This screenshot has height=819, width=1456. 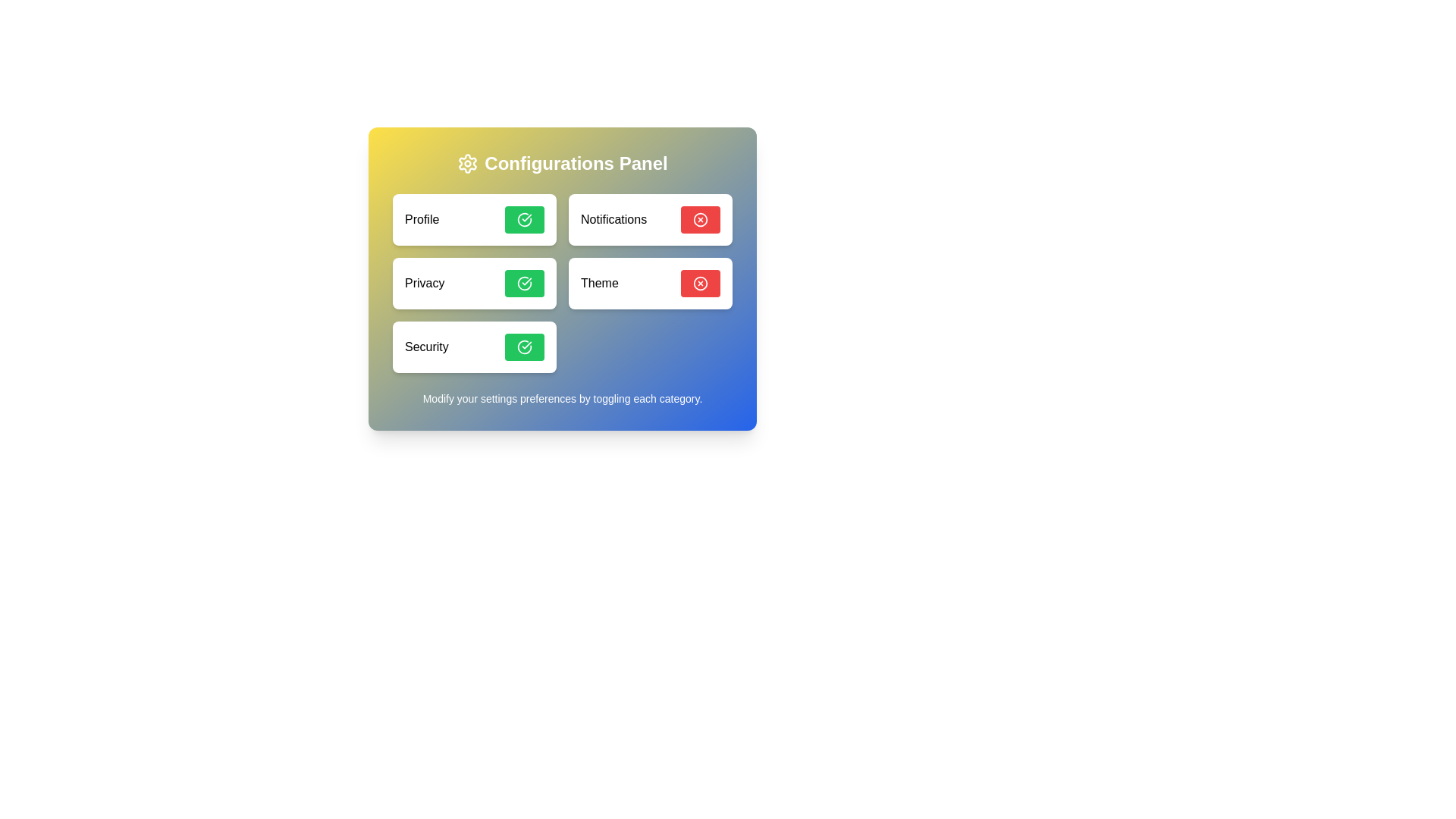 I want to click on the circular icon with a green background and white check mark, which indicates the 'Privacy' setting, located to the right of the 'Privacy' label, so click(x=524, y=284).